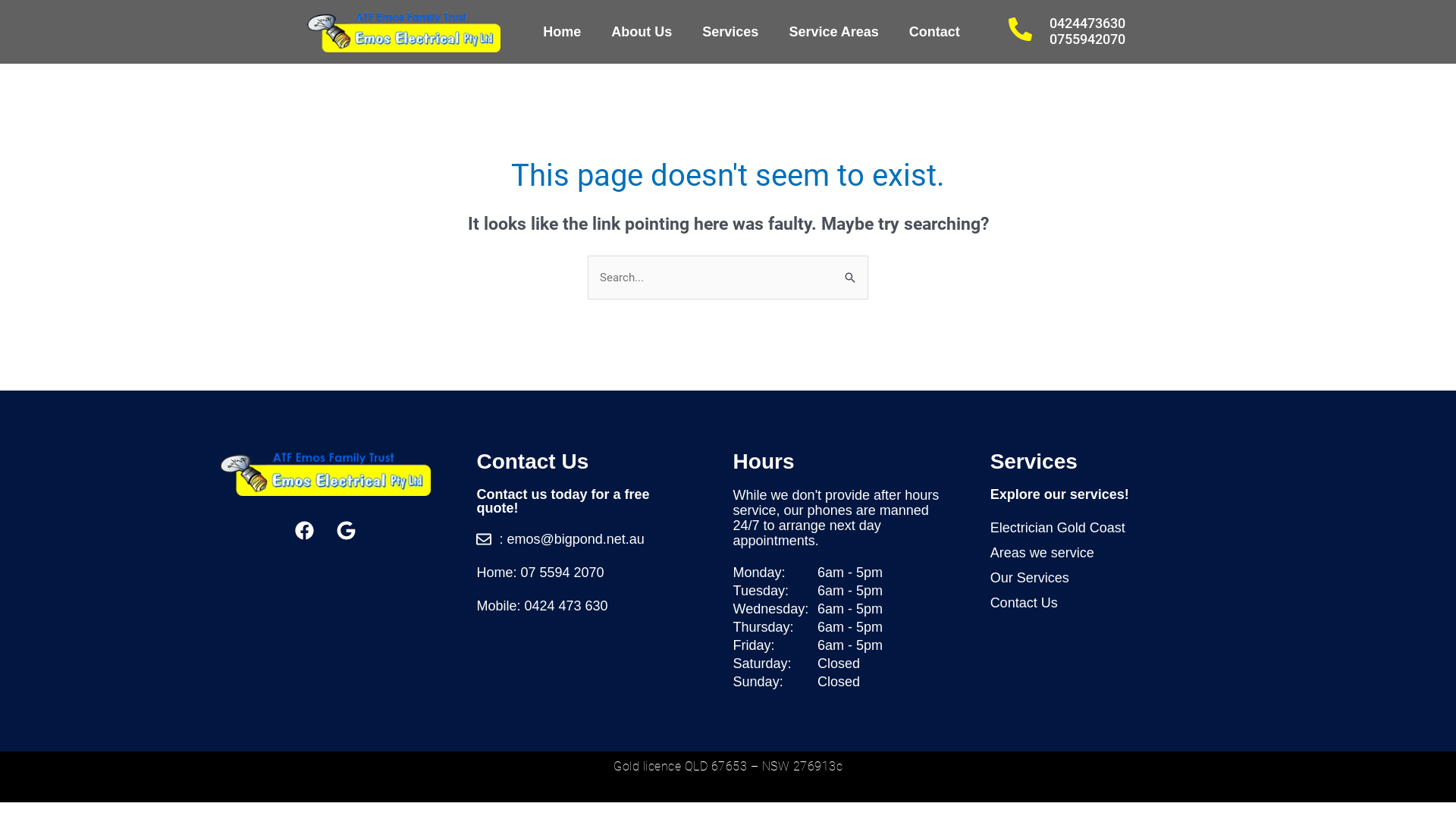 Image resolution: width=1456 pixels, height=819 pixels. What do you see at coordinates (345, 529) in the screenshot?
I see `'Google'` at bounding box center [345, 529].